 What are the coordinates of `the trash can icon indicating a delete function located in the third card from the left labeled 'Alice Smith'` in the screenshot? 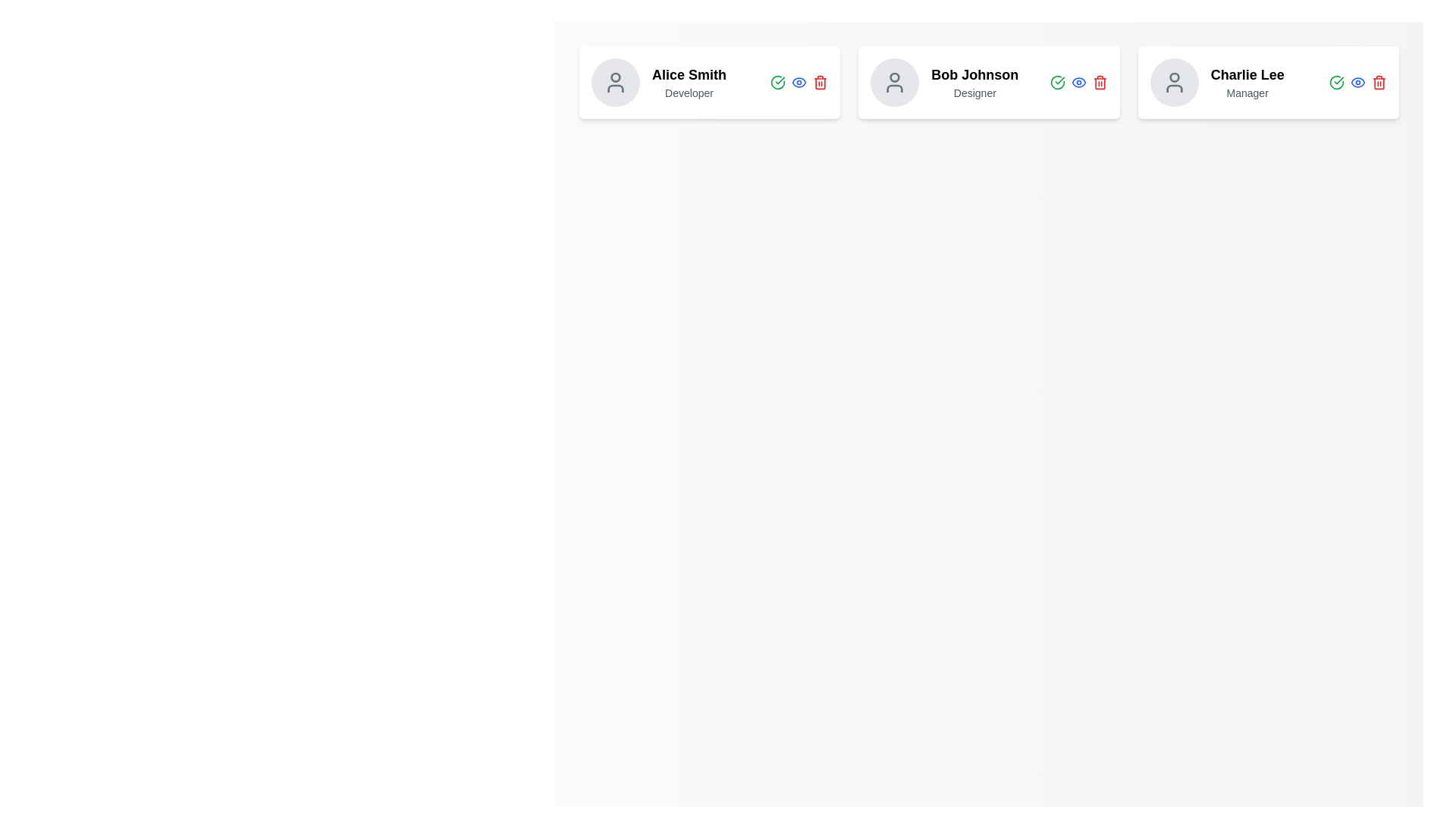 It's located at (820, 83).